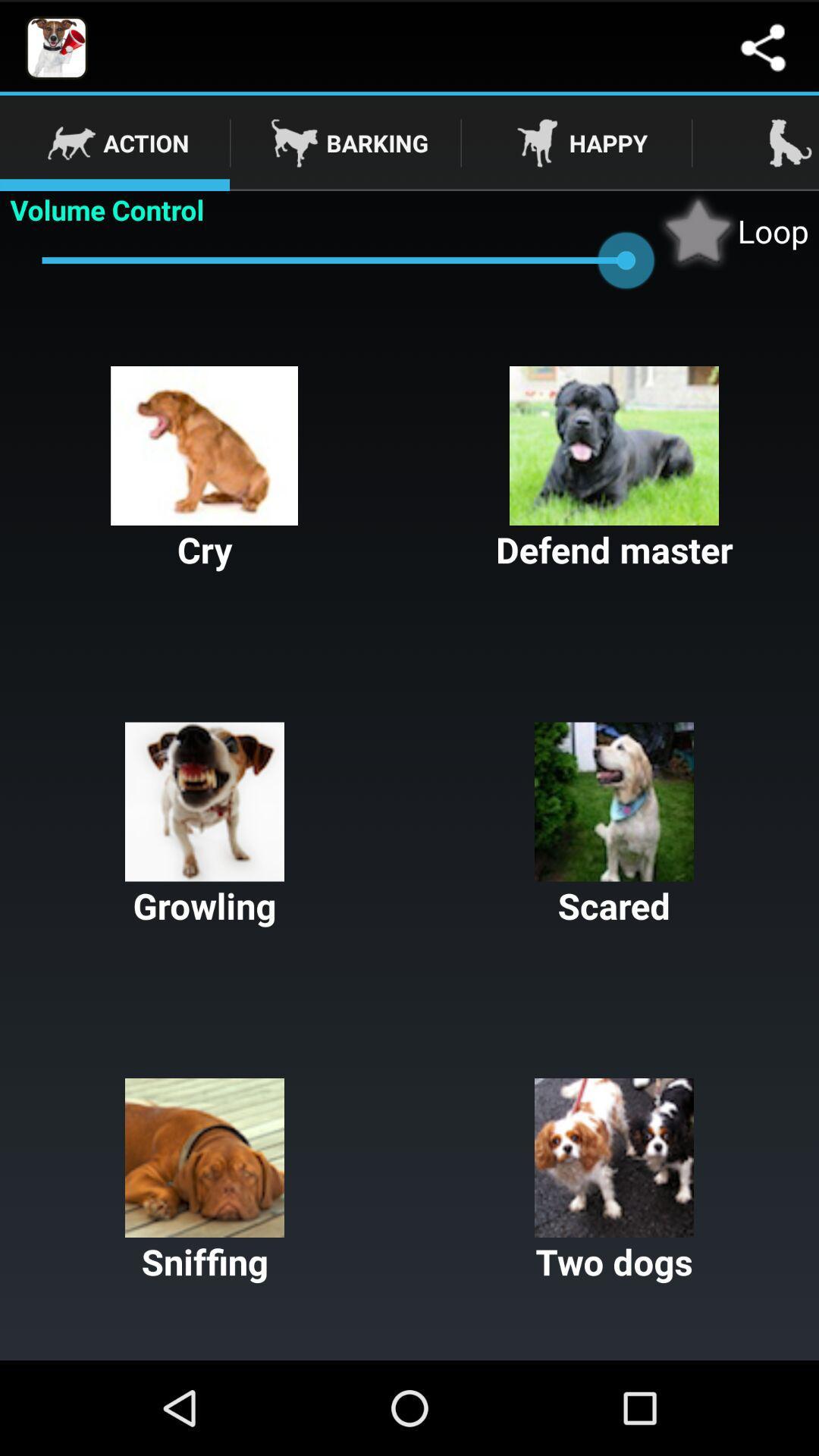  What do you see at coordinates (733, 230) in the screenshot?
I see `the loop item` at bounding box center [733, 230].